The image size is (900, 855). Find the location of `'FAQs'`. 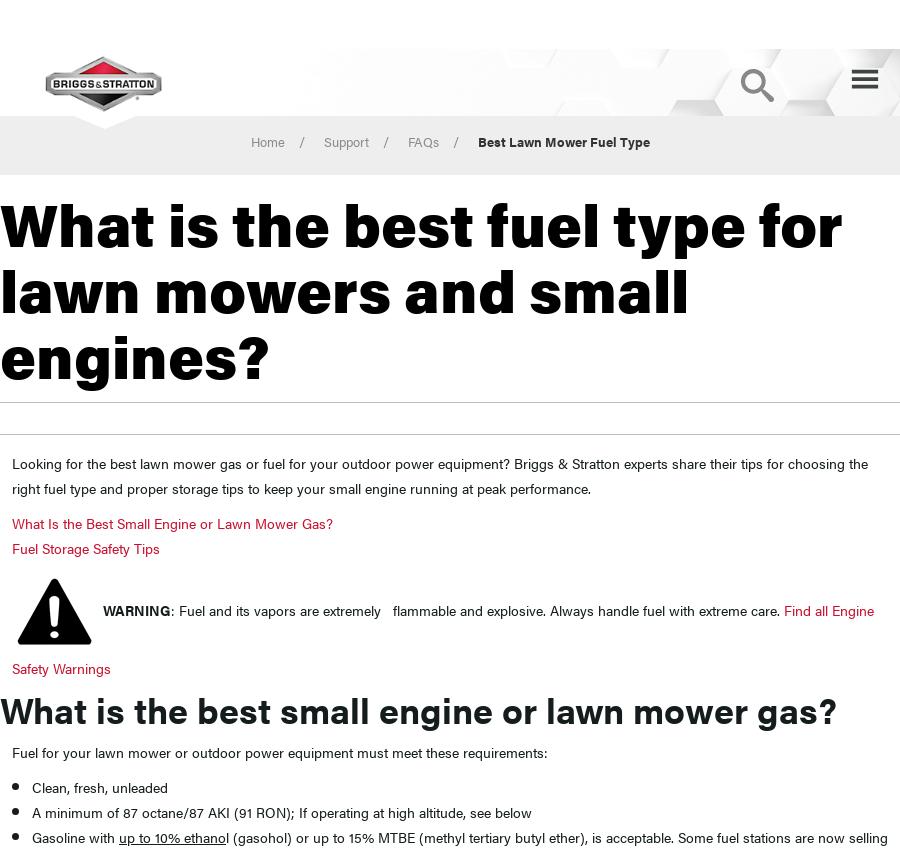

'FAQs' is located at coordinates (406, 141).